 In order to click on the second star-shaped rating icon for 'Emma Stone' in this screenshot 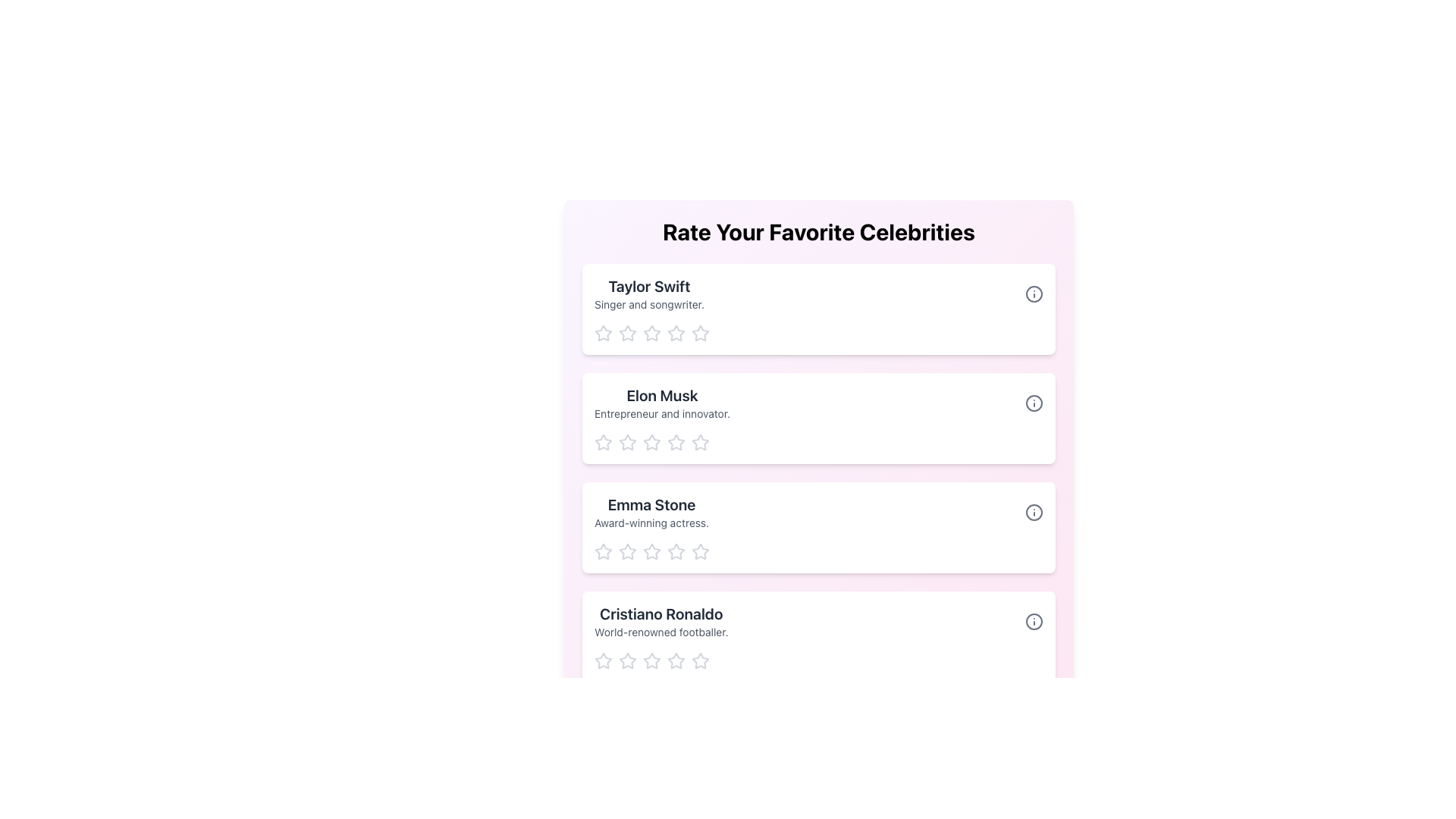, I will do `click(628, 552)`.